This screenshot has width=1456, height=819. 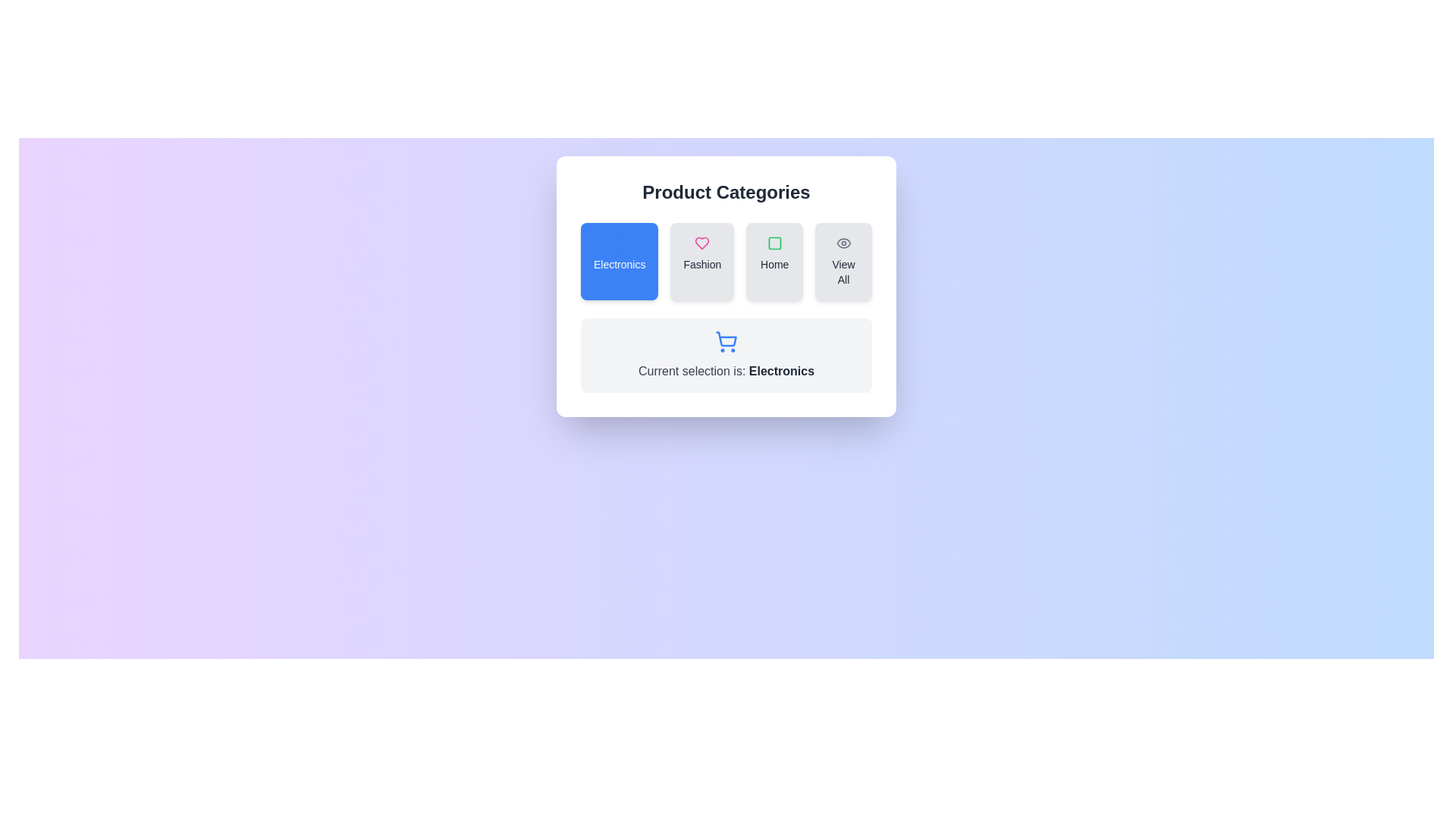 I want to click on the SVG Circle that represents the selected state for the 'Electronics' category, located within the first category button highlighted in blue, so click(x=620, y=242).